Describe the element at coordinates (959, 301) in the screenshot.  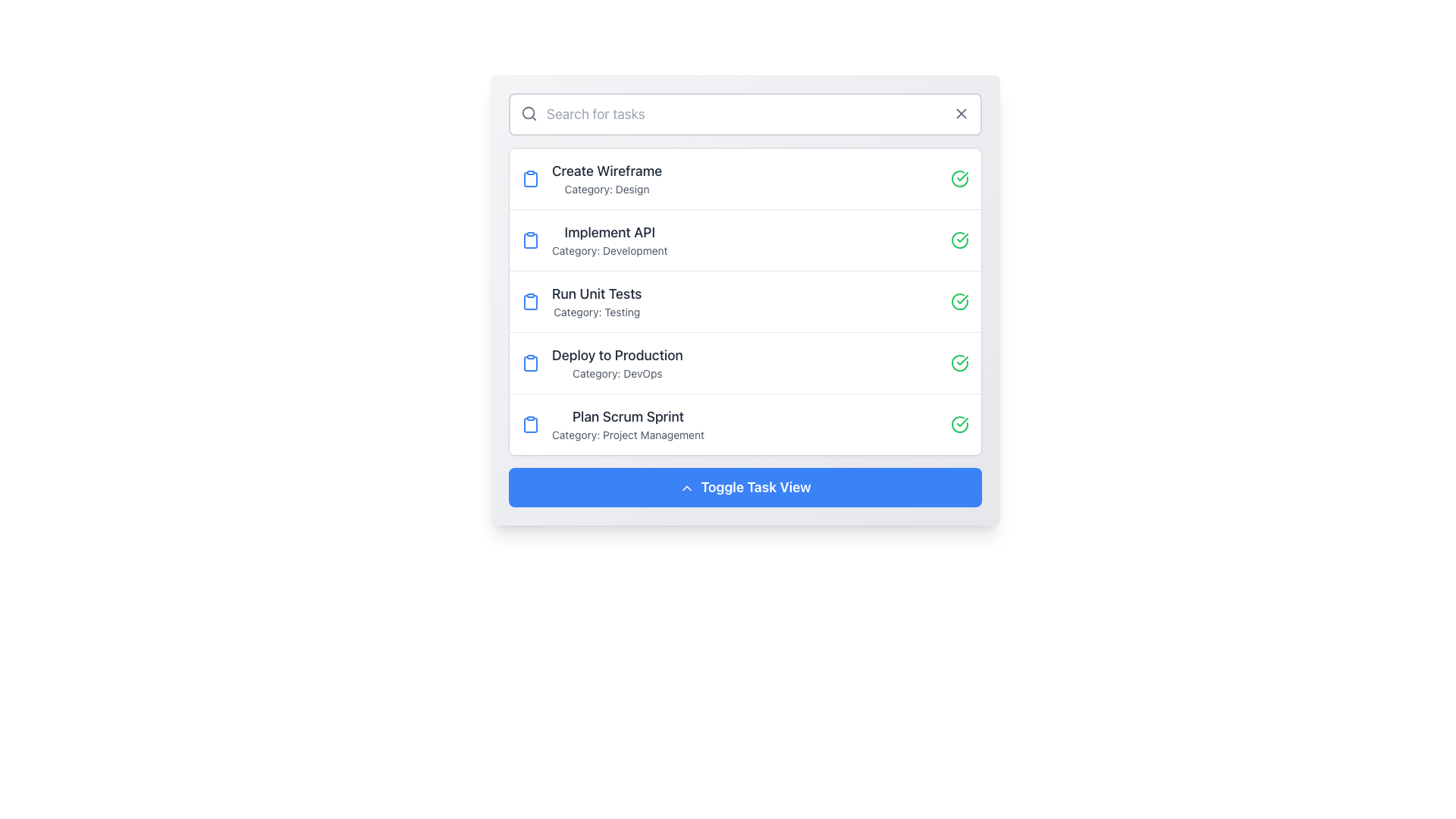
I see `the Checkmark Icon, which is a circular green icon with a checkmark, located on the right side of the 'Run Unit Tests' list item` at that location.